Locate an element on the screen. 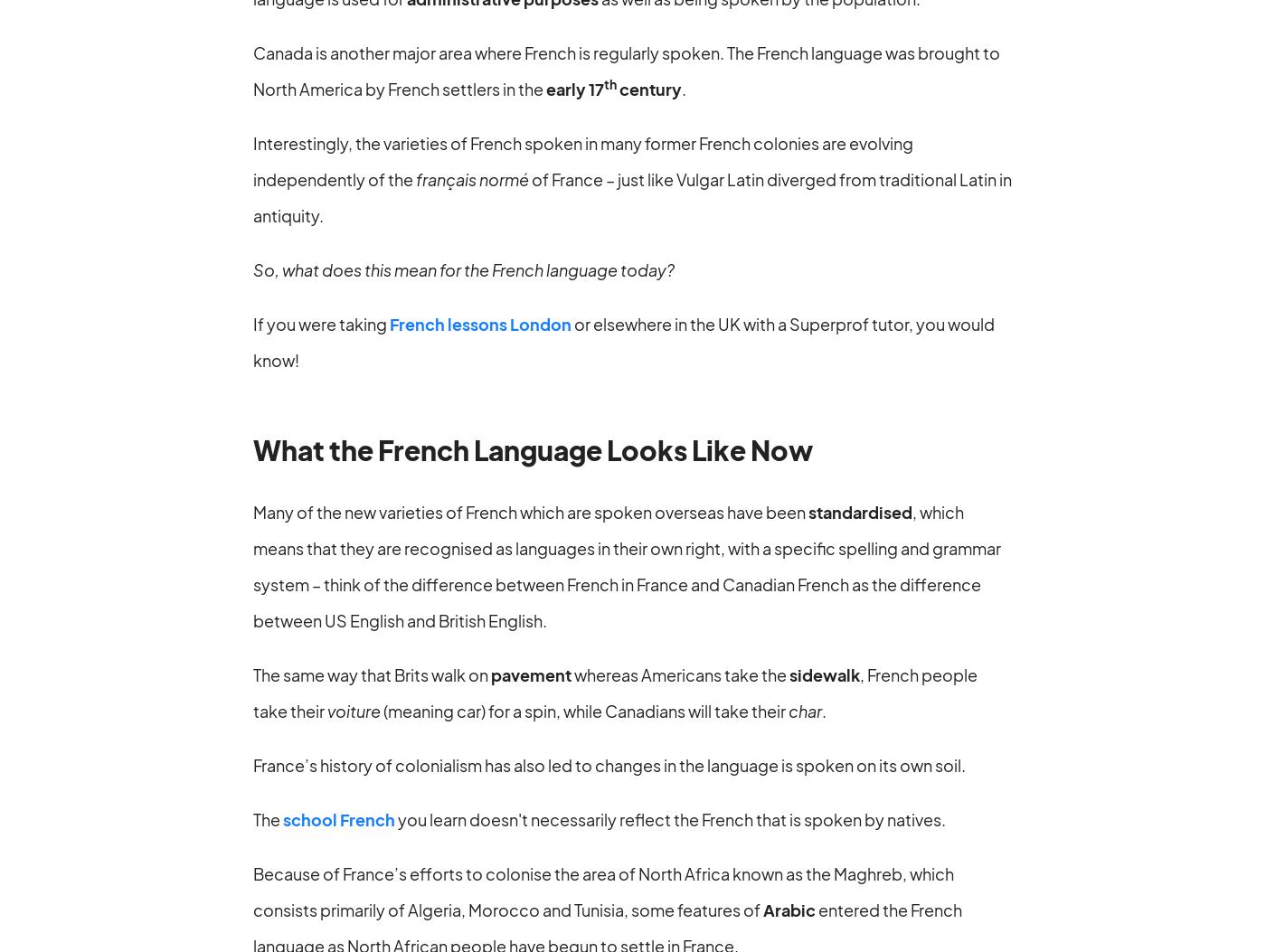  'of France – just like Vulgar Latin diverged from traditional Latin in antiquity.' is located at coordinates (632, 196).